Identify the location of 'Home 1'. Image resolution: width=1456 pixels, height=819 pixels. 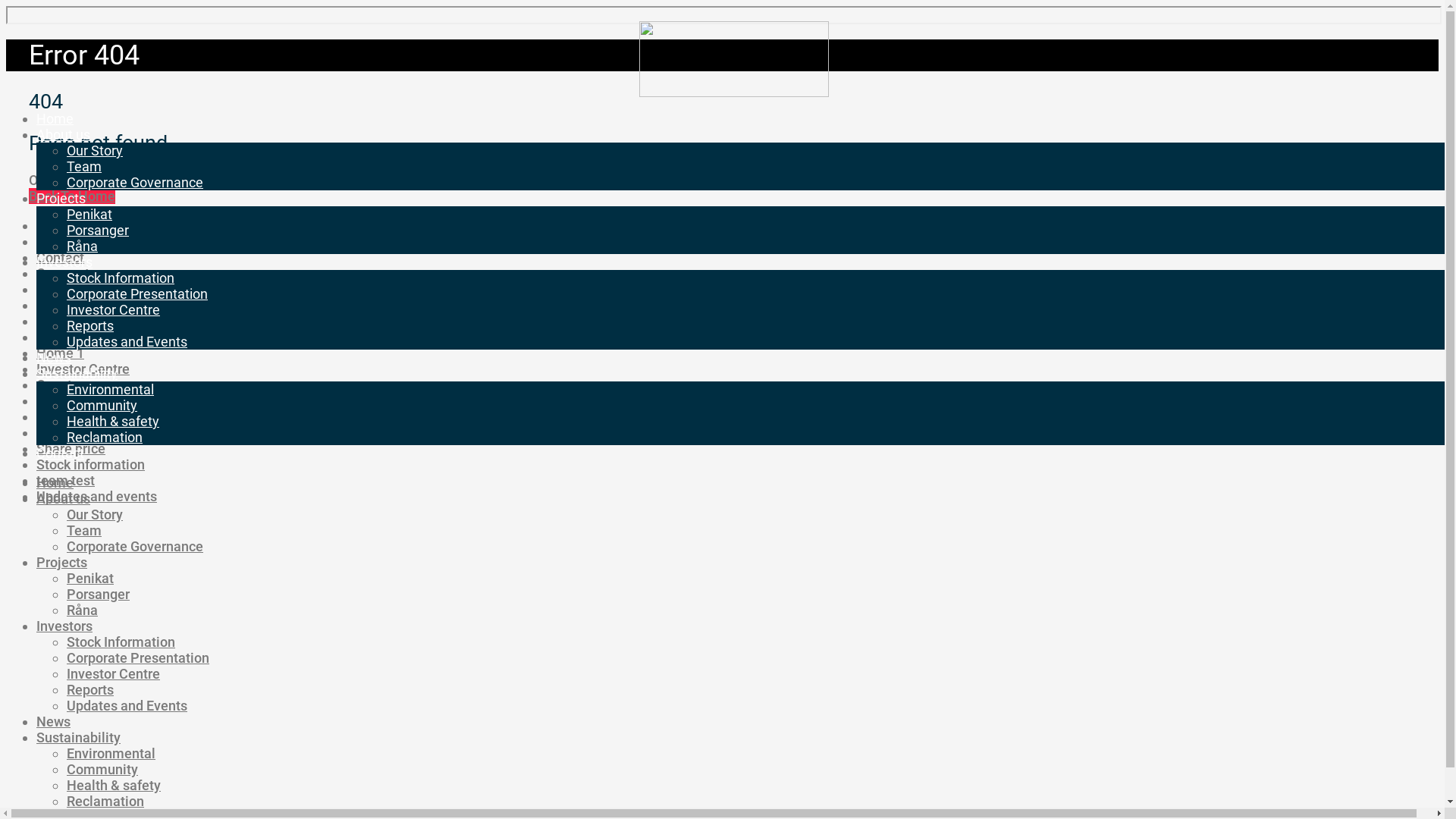
(60, 353).